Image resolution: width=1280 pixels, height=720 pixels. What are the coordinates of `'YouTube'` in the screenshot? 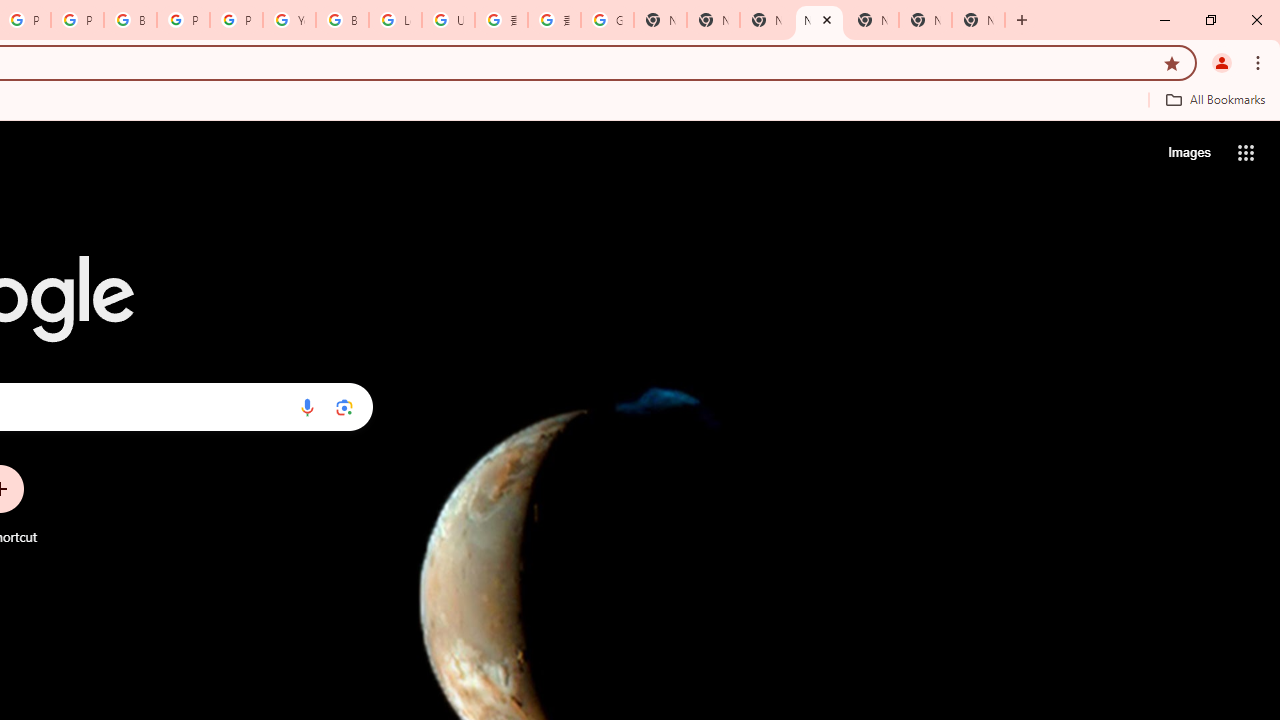 It's located at (288, 20).